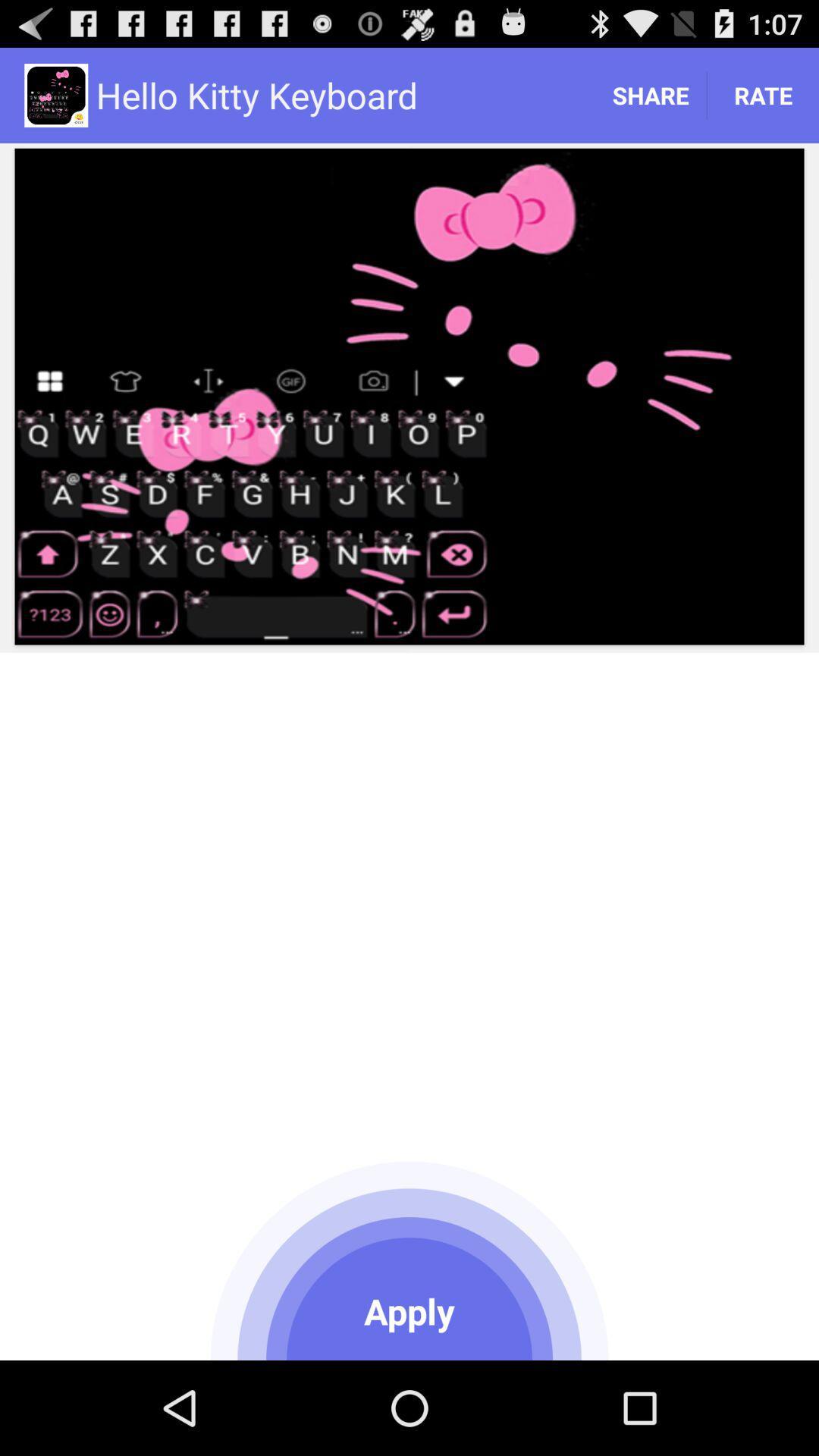 Image resolution: width=819 pixels, height=1456 pixels. Describe the element at coordinates (649, 94) in the screenshot. I see `share icon` at that location.